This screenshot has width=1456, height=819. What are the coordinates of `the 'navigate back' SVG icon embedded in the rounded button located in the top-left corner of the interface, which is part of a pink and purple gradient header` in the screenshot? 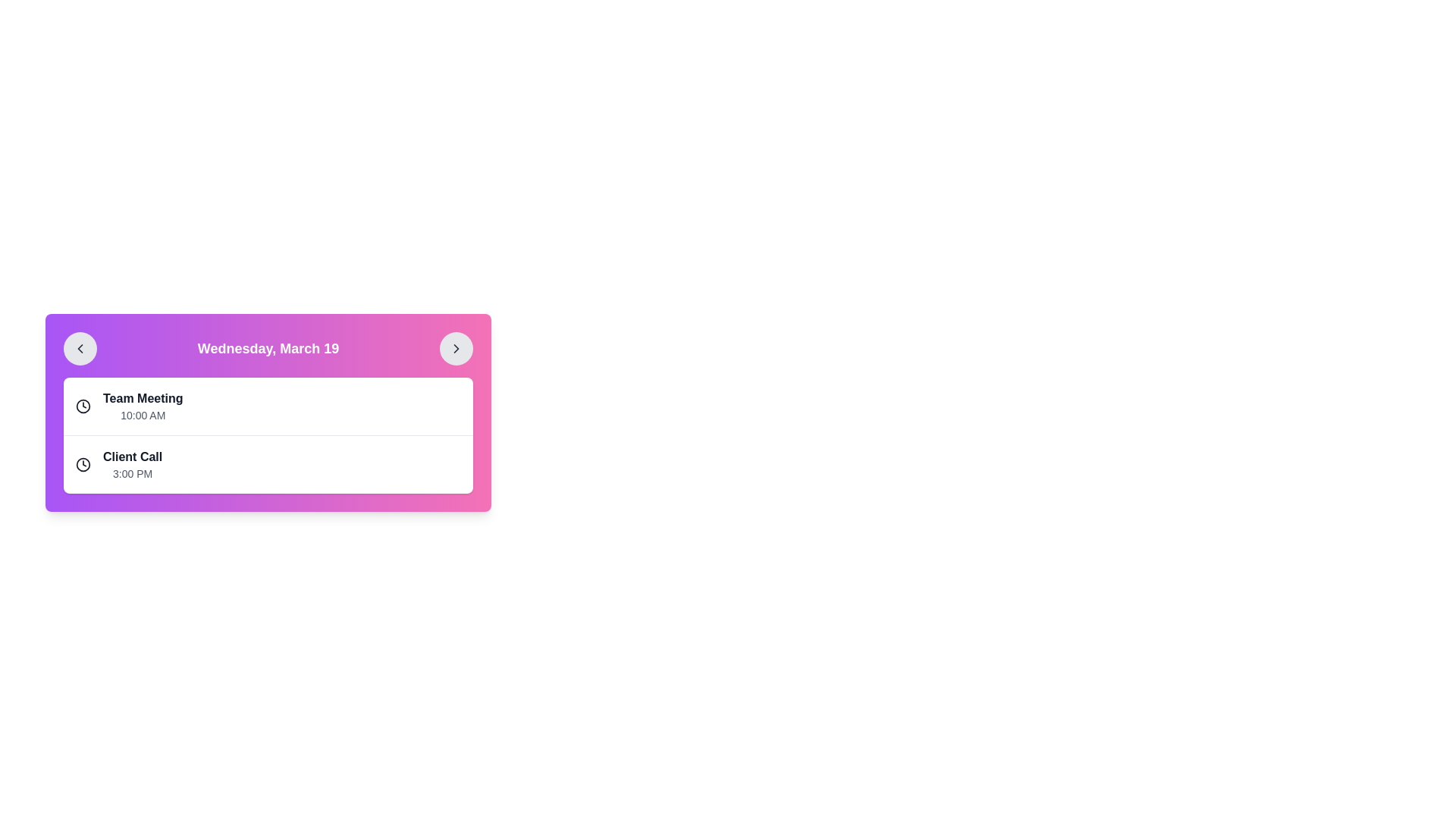 It's located at (79, 348).